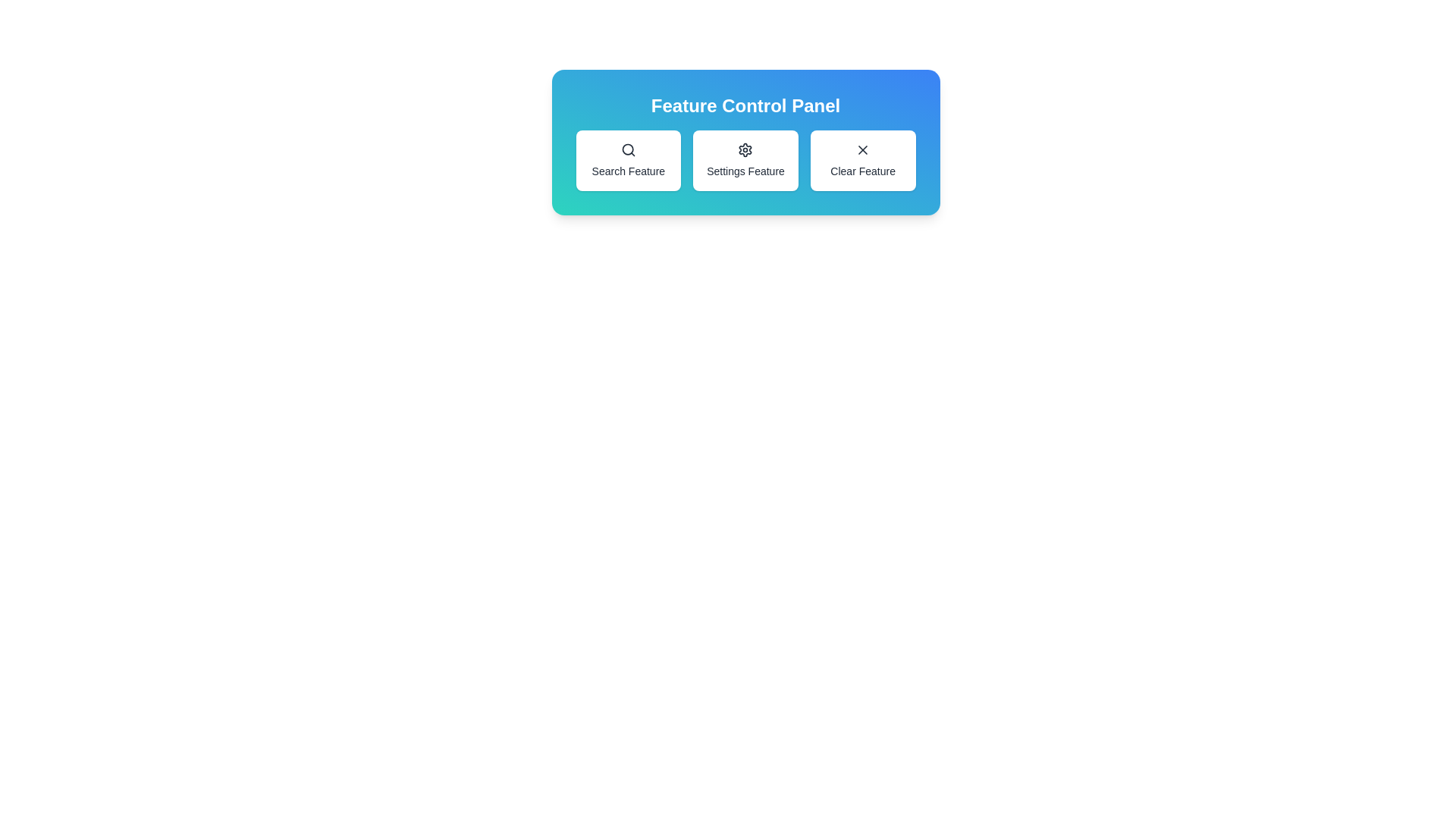 This screenshot has width=1456, height=819. I want to click on the 'Clear Feature' button, which is a white box with rounded corners and an 'X' icon, so click(862, 161).